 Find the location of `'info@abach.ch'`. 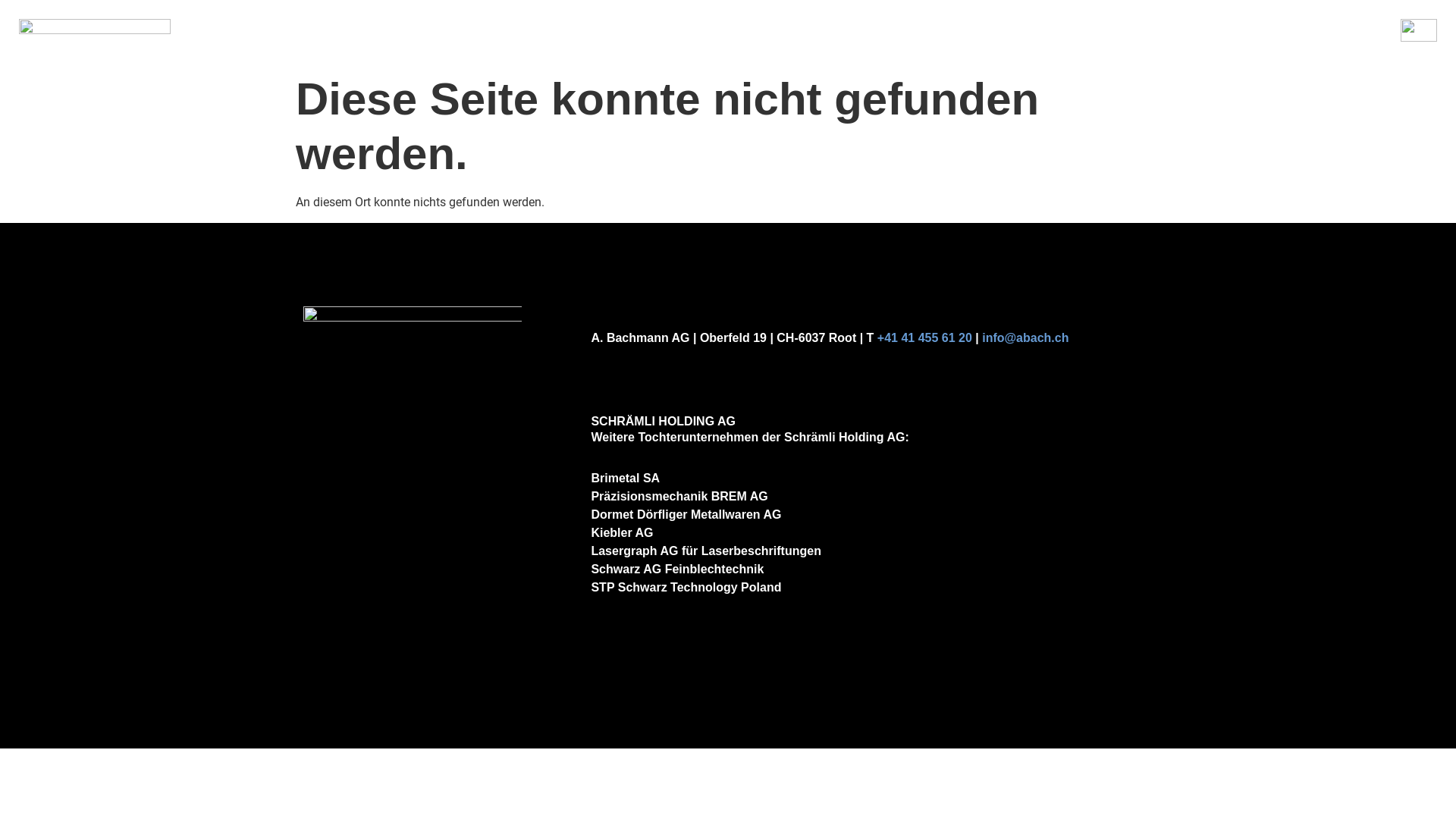

'info@abach.ch' is located at coordinates (982, 337).